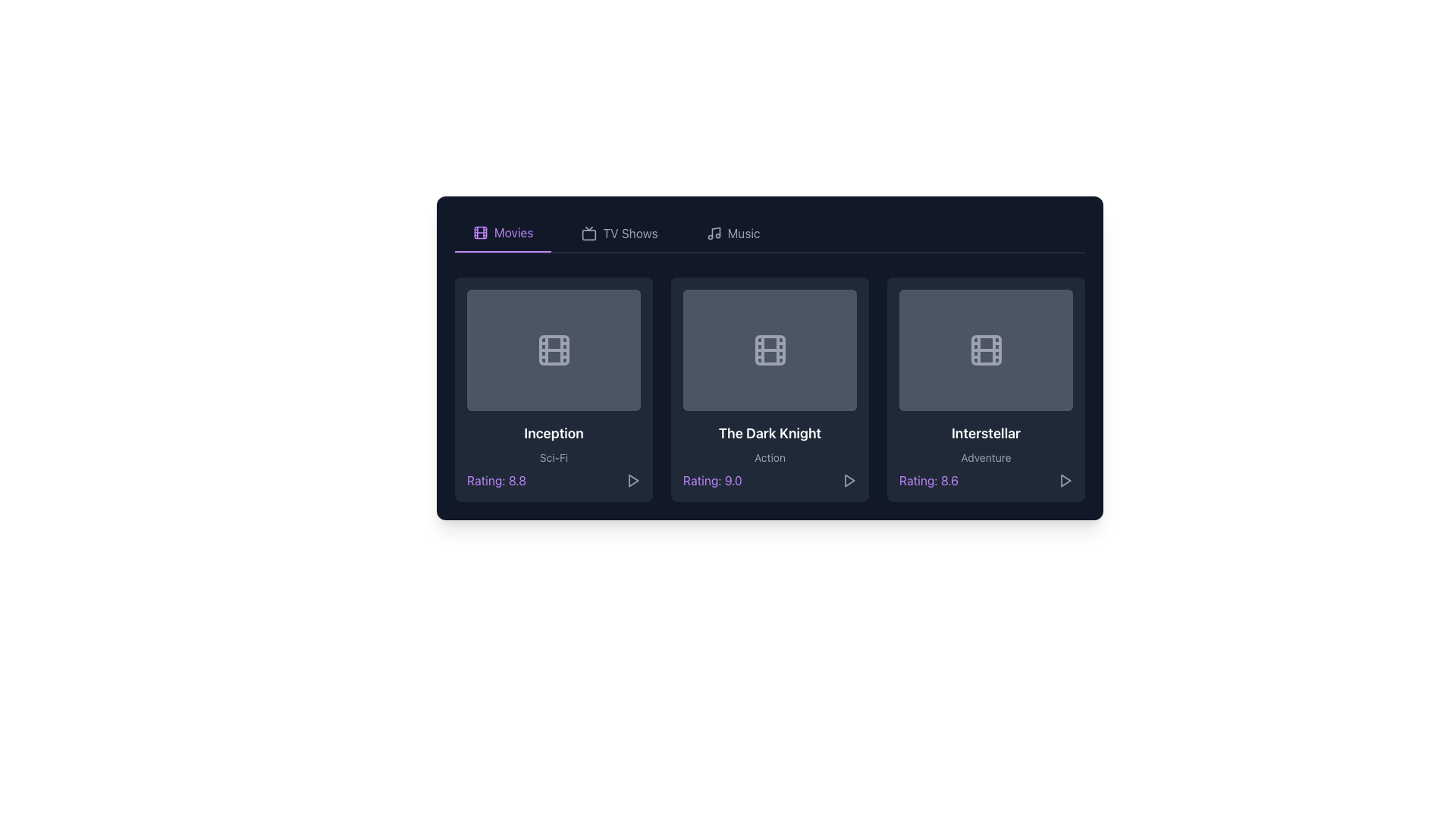  I want to click on the 'Movies', 'TV Shows', and 'Music' options in the horizontal navigation menu, so click(770, 234).